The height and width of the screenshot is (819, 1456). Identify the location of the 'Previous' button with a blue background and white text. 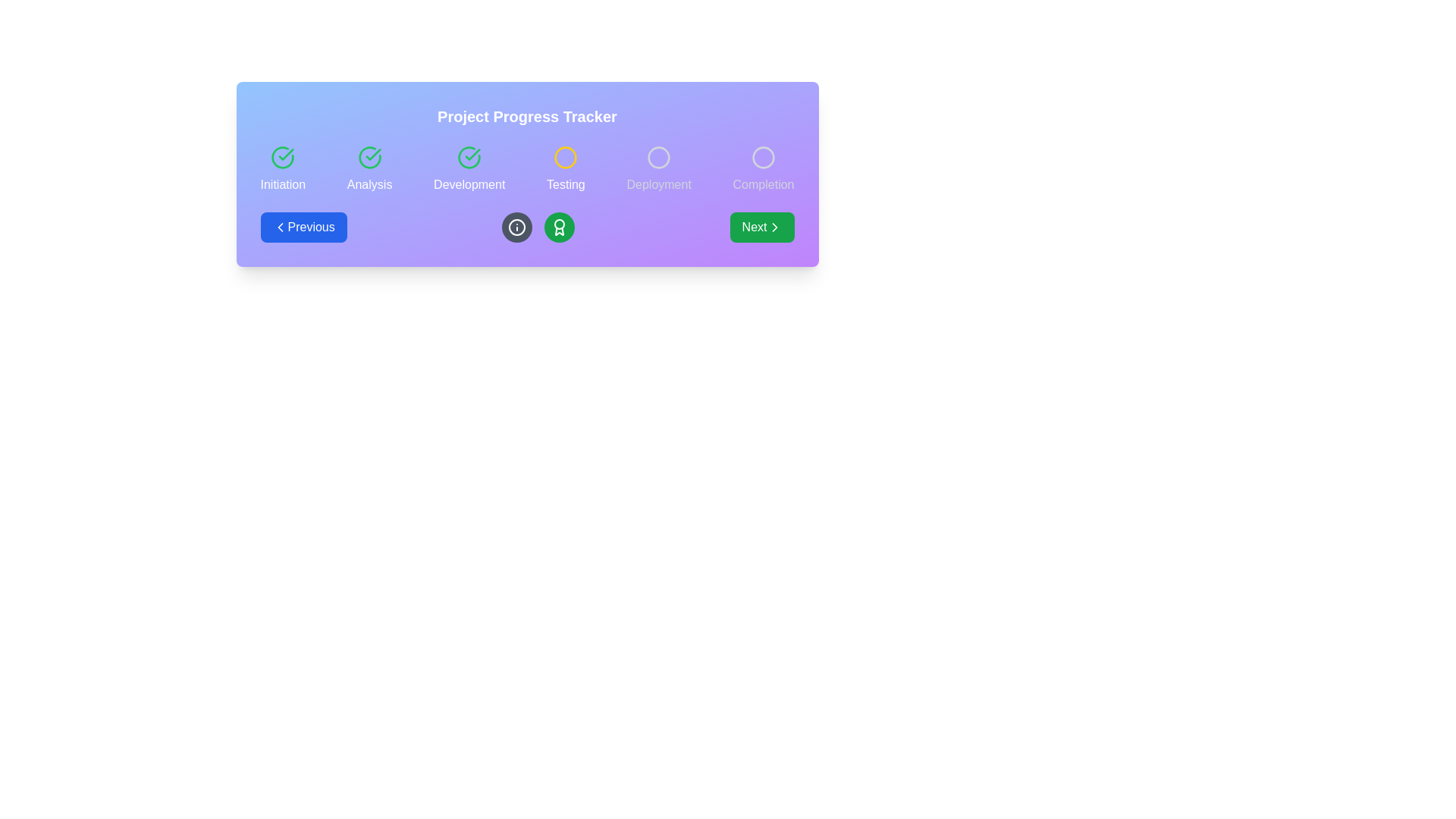
(303, 227).